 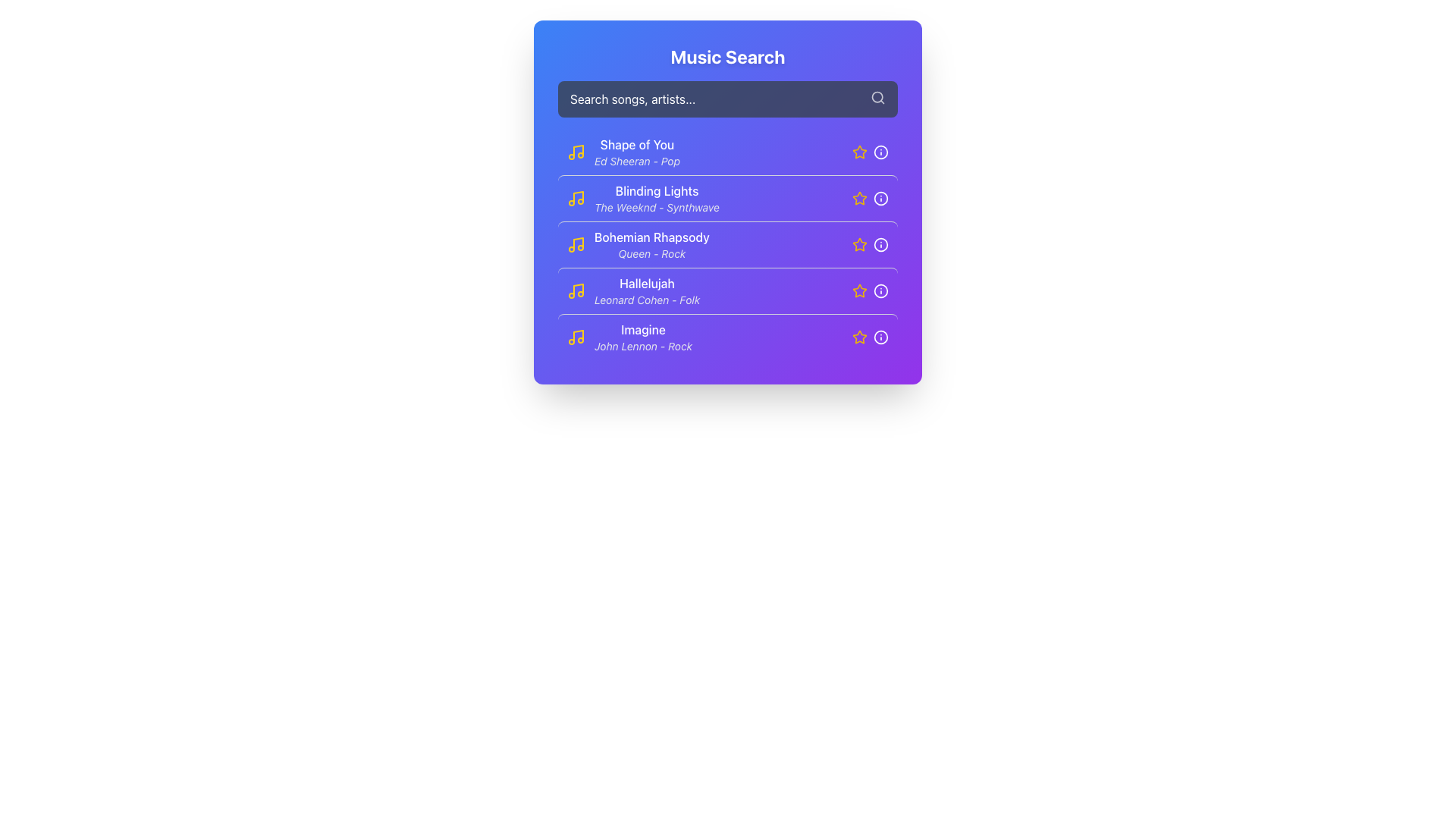 I want to click on the text label element displaying 'Queen - Rock', styled in a small italicized font, located below the song title 'Bohemian Rhapsody' in the third song entry of the list, so click(x=651, y=253).